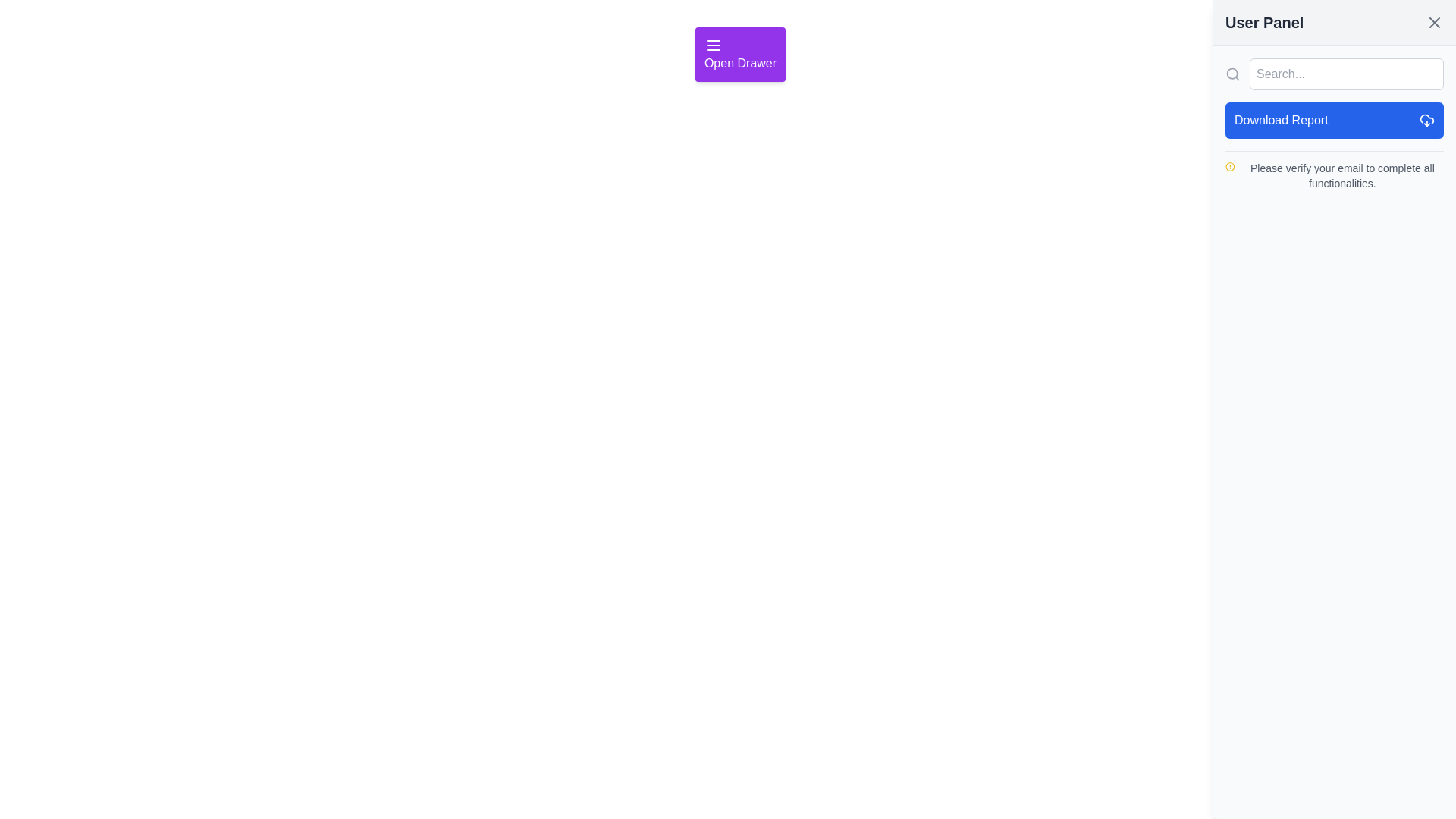  I want to click on the rectangular button with a purple background labeled 'Open Drawer', so click(740, 54).